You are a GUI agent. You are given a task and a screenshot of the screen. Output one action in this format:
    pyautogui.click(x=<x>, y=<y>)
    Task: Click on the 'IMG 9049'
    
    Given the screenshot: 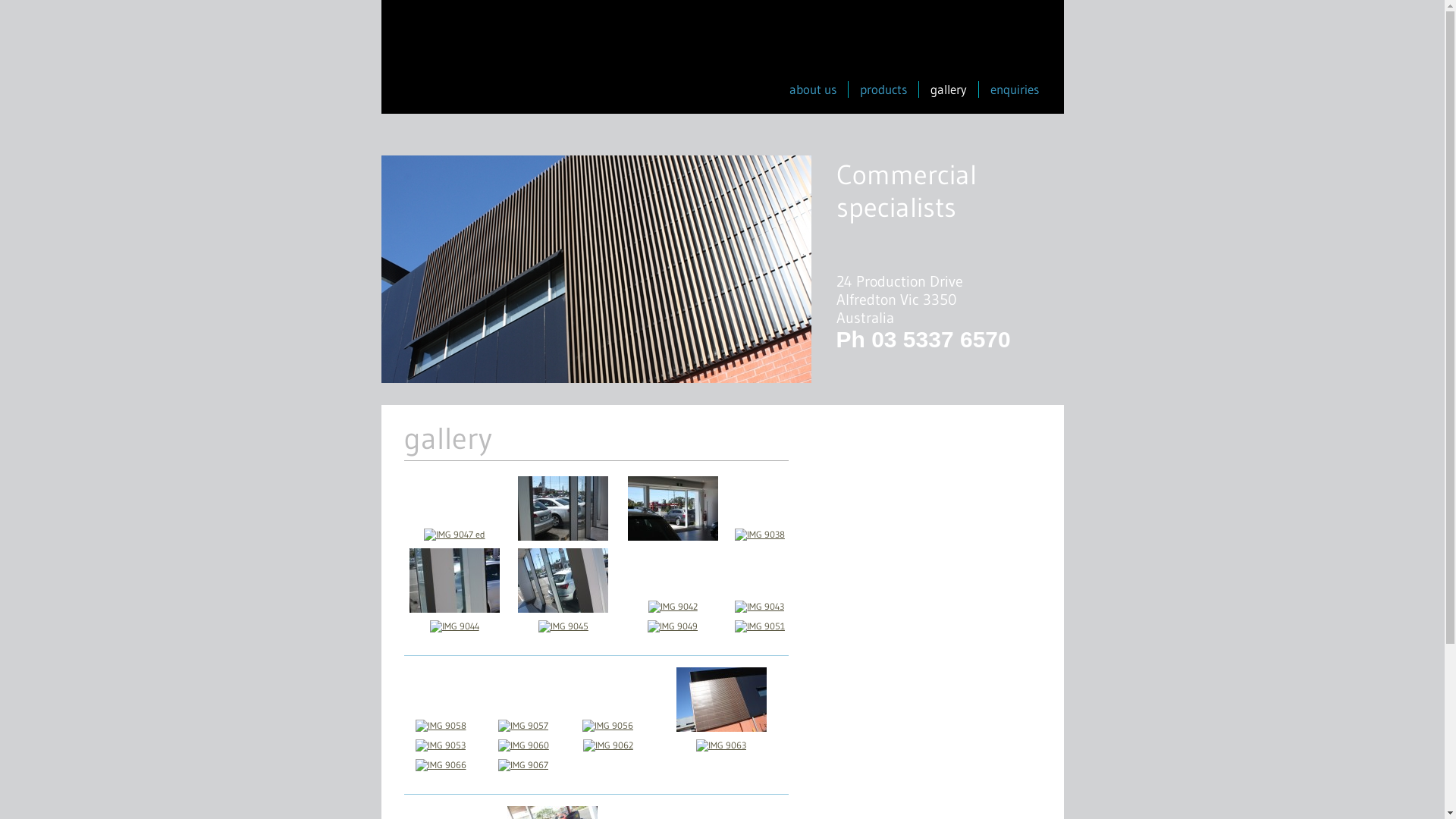 What is the action you would take?
    pyautogui.click(x=672, y=626)
    